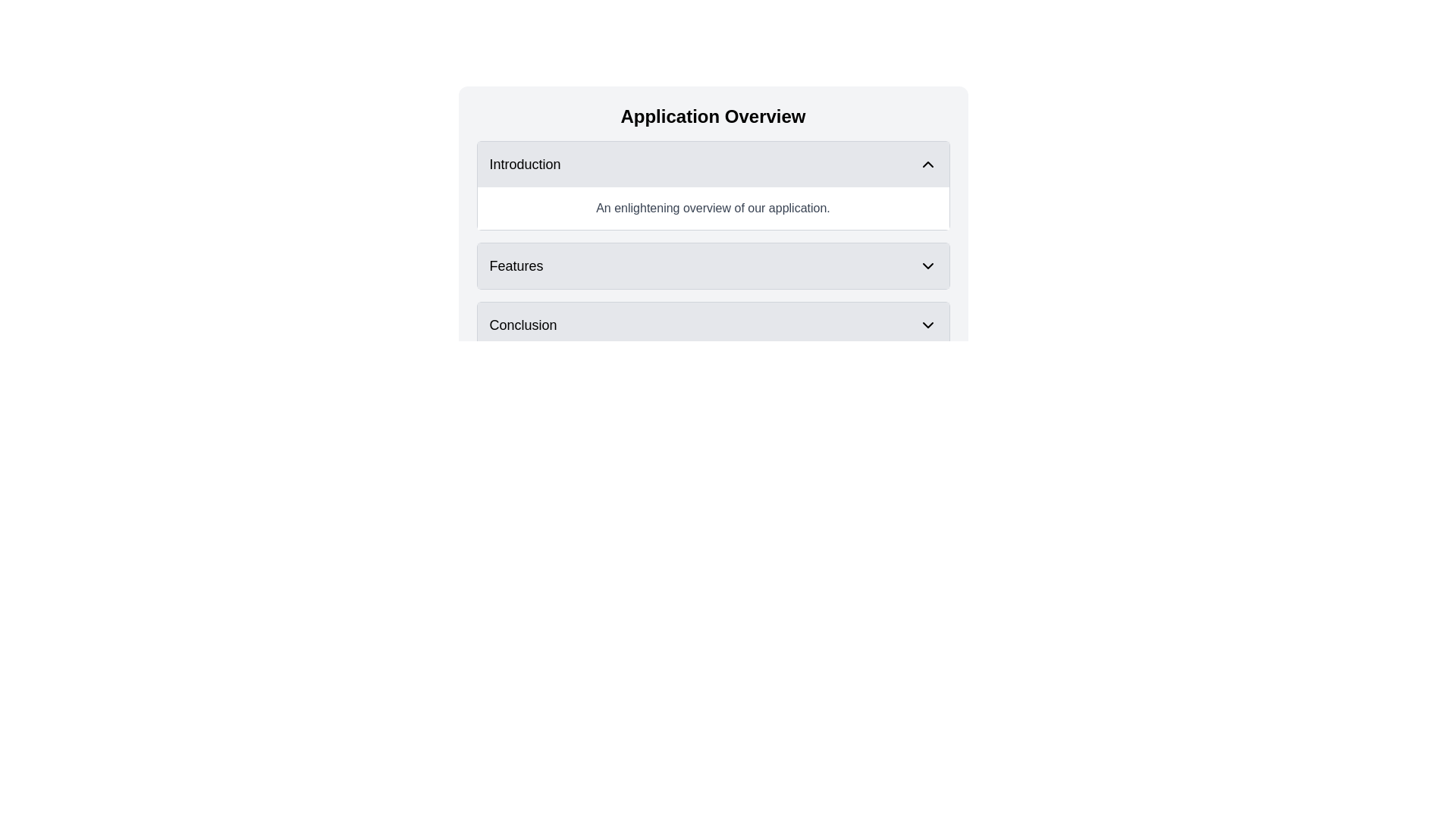 The height and width of the screenshot is (819, 1456). What do you see at coordinates (712, 208) in the screenshot?
I see `the text element reading 'An enlightening overview of our application.' which is positioned below the 'Introduction' header in the collapsible section` at bounding box center [712, 208].